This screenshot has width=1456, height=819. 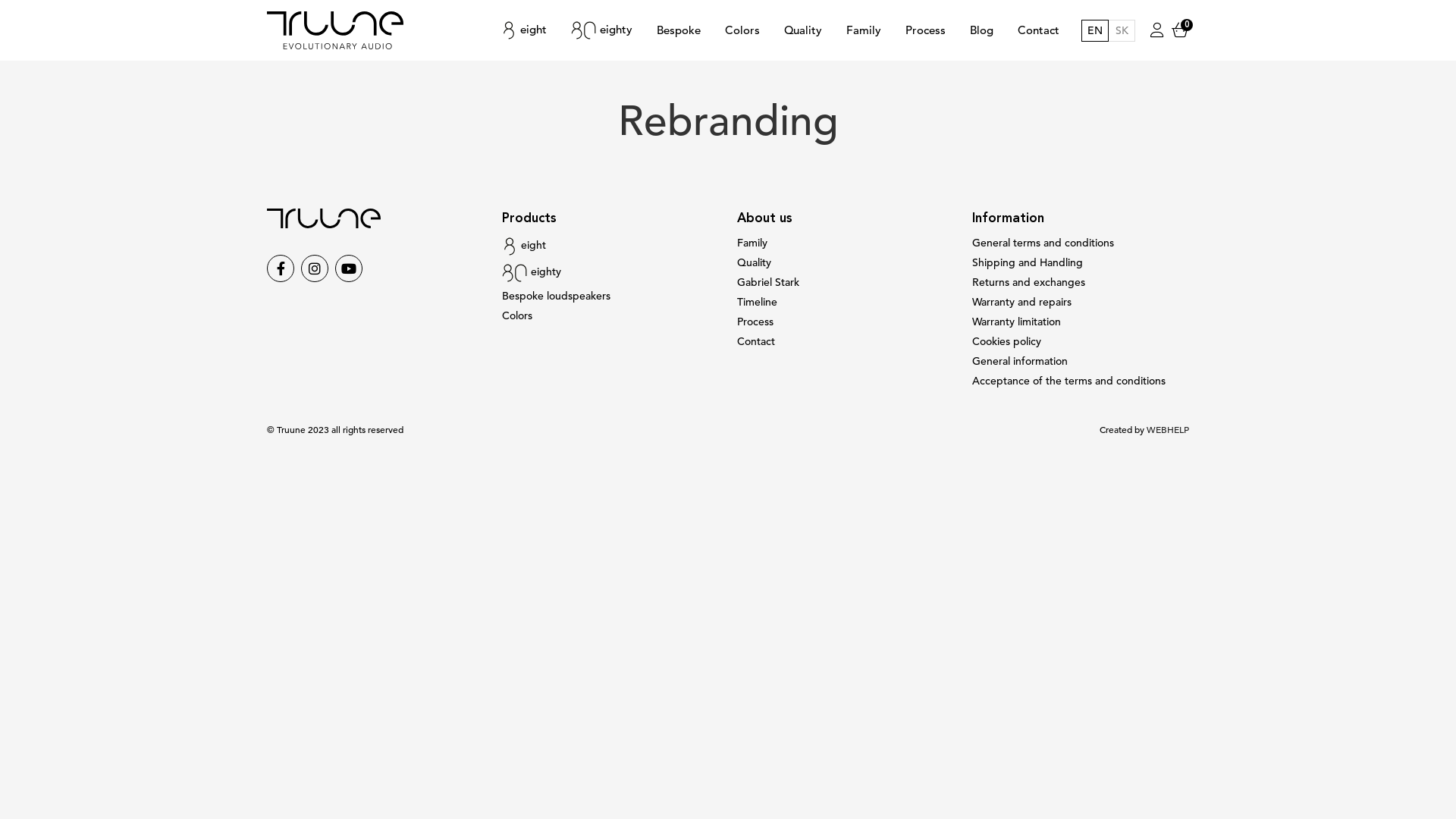 I want to click on 'Quality', so click(x=802, y=30).